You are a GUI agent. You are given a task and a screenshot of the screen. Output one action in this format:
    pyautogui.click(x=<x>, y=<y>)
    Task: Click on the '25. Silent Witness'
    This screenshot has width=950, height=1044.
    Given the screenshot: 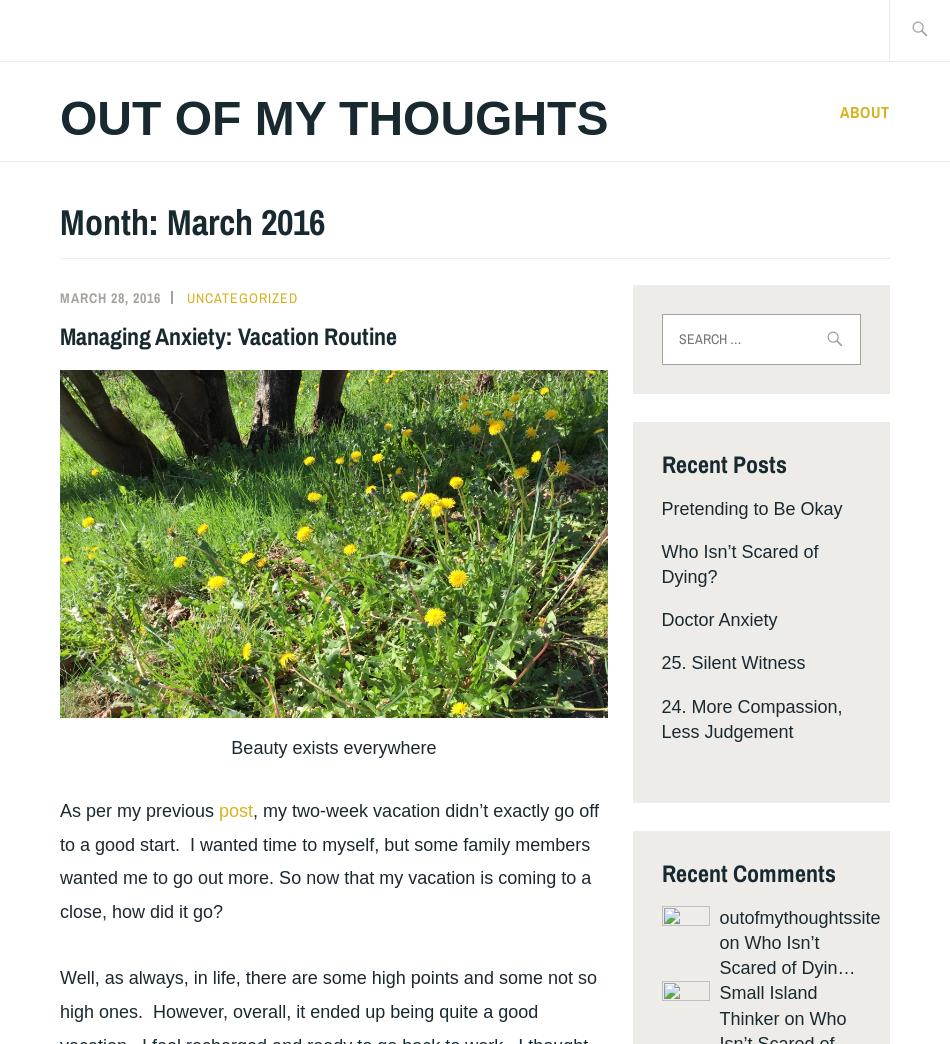 What is the action you would take?
    pyautogui.click(x=732, y=662)
    